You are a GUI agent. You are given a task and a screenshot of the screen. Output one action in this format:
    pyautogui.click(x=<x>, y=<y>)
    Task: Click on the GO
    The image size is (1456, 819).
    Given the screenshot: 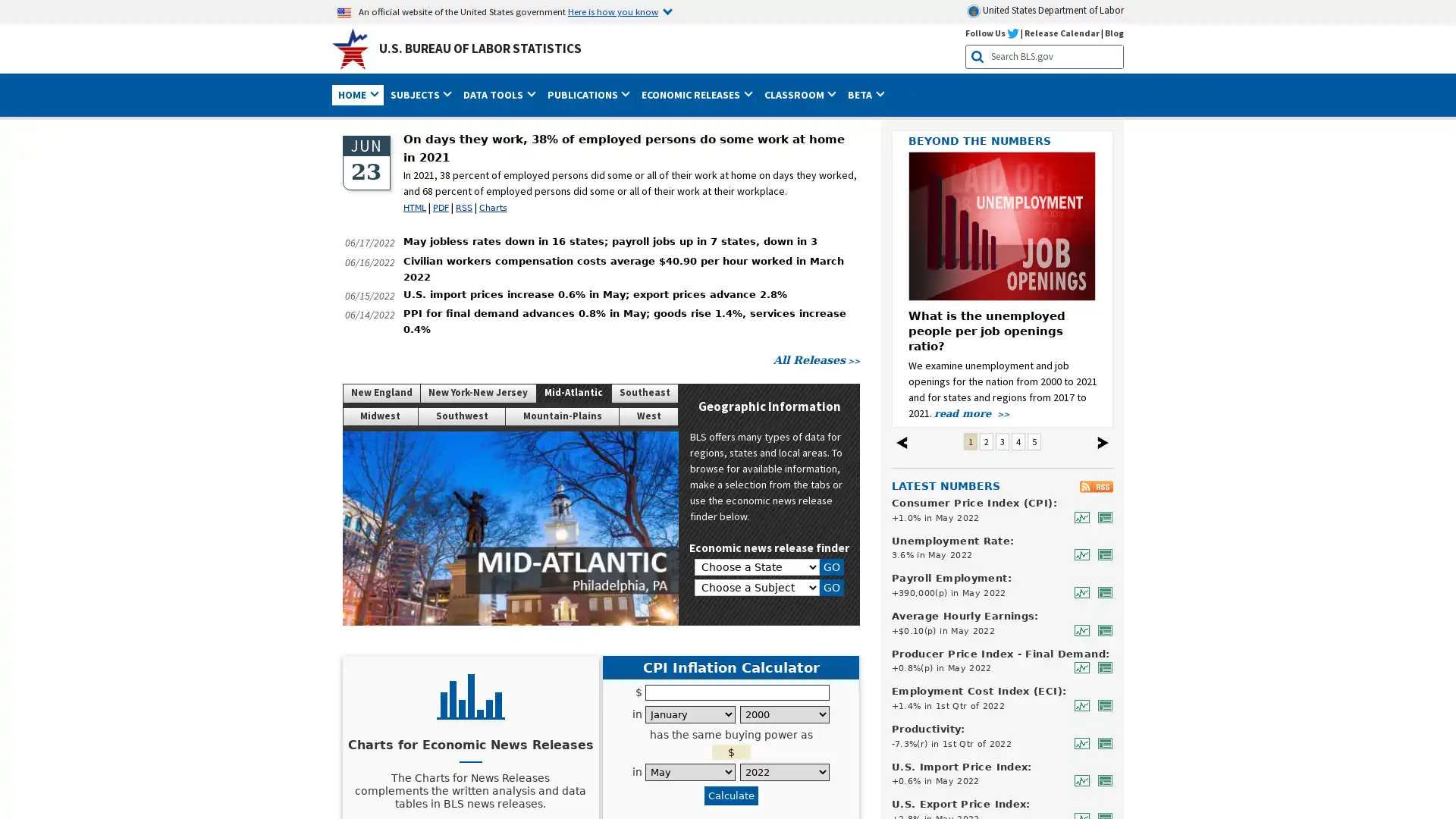 What is the action you would take?
    pyautogui.click(x=831, y=587)
    